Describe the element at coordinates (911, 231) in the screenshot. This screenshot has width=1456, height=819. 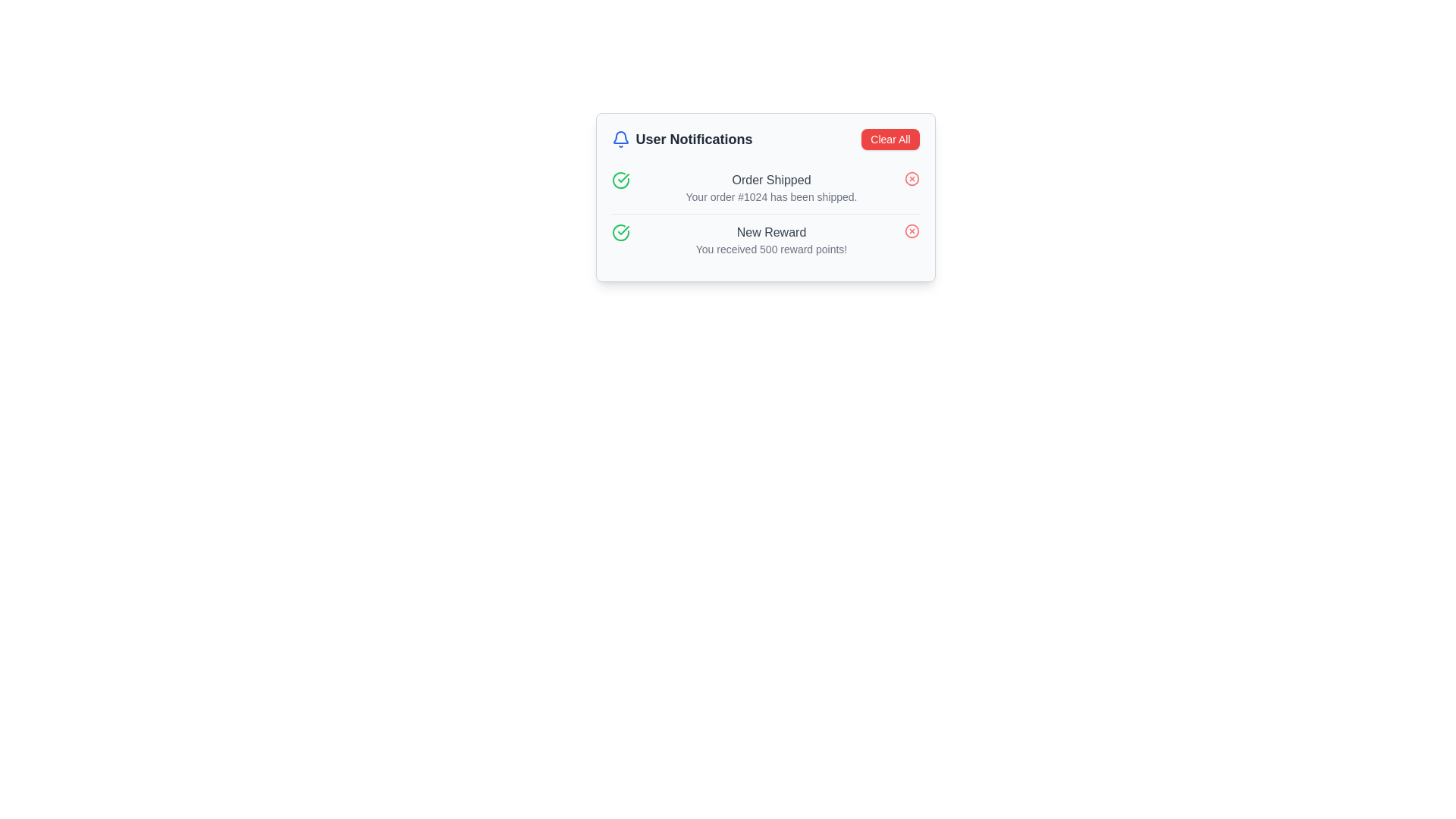
I see `the red circular close button associated with the 'New Reward' notification` at that location.